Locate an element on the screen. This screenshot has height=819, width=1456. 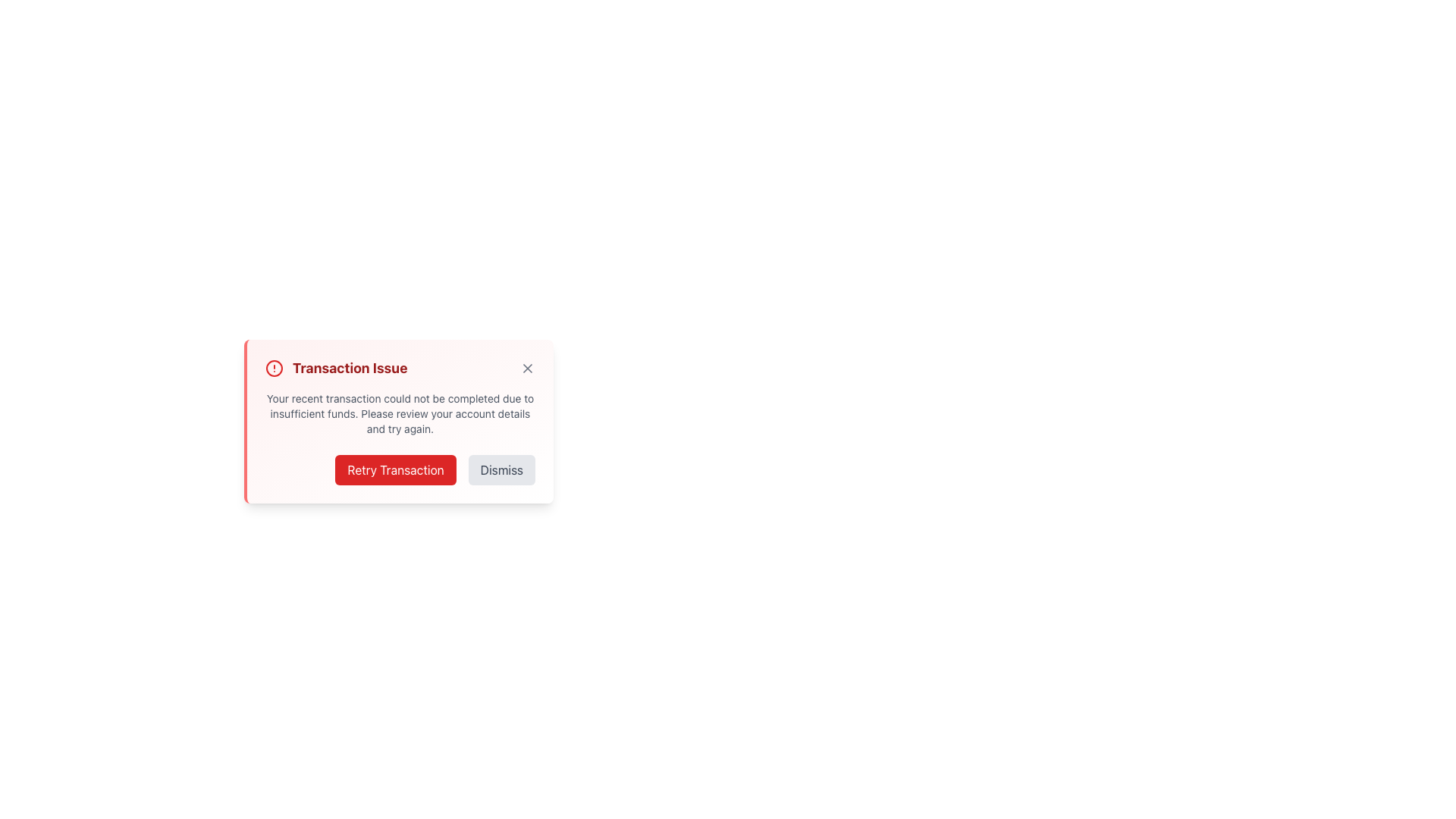
the circular SVG shape that serves as a decorative warning indicator located to the left of the 'Transaction Issue' heading in the modal dialog box is located at coordinates (274, 369).